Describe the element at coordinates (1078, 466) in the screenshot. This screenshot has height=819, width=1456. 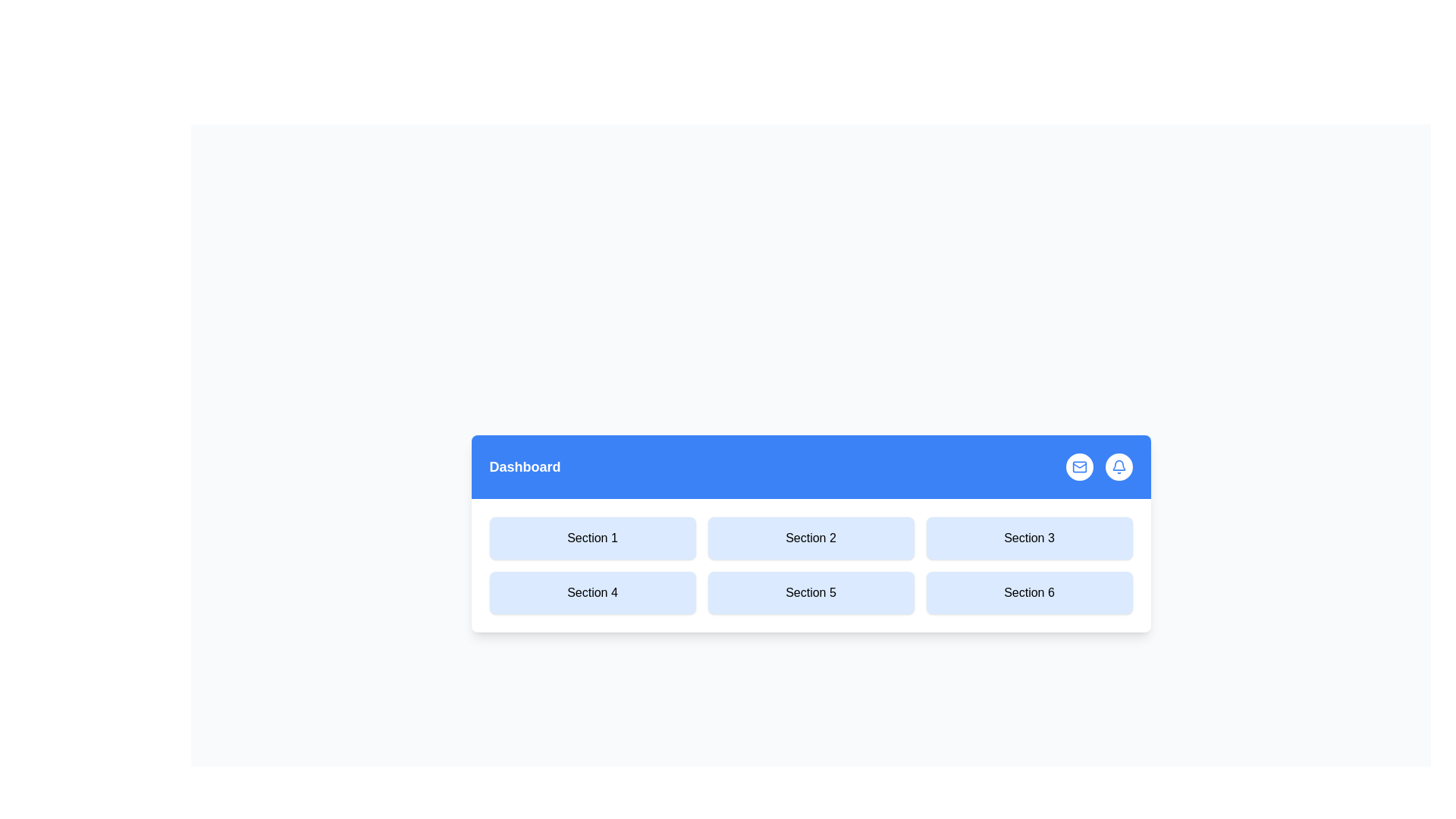
I see `the circular button with a white background and blue email icon located in the top-right area of a rectangular blue bar` at that location.